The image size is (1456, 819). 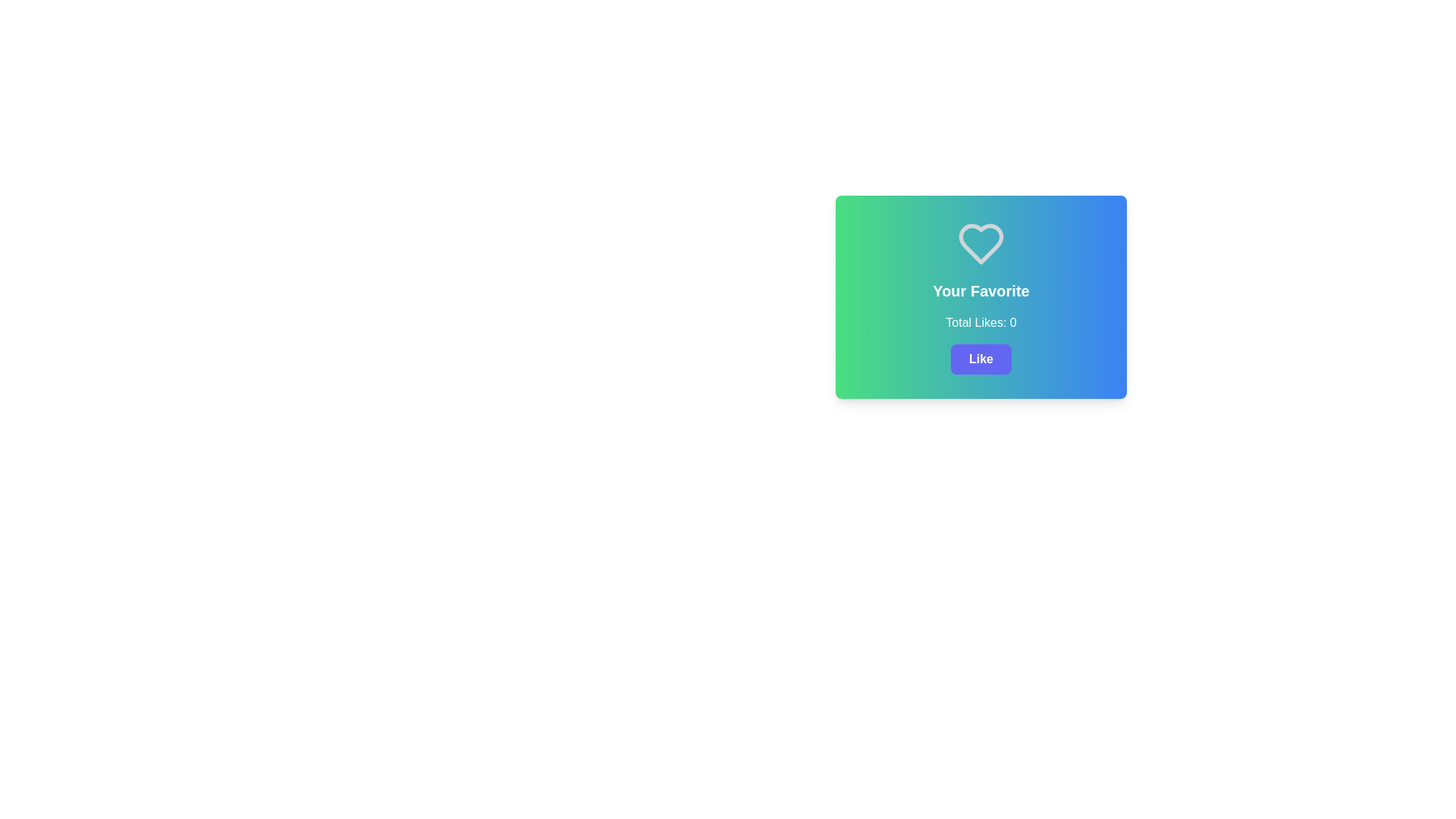 What do you see at coordinates (981, 359) in the screenshot?
I see `the 'Like' button located below 'Total Likes: 0'` at bounding box center [981, 359].